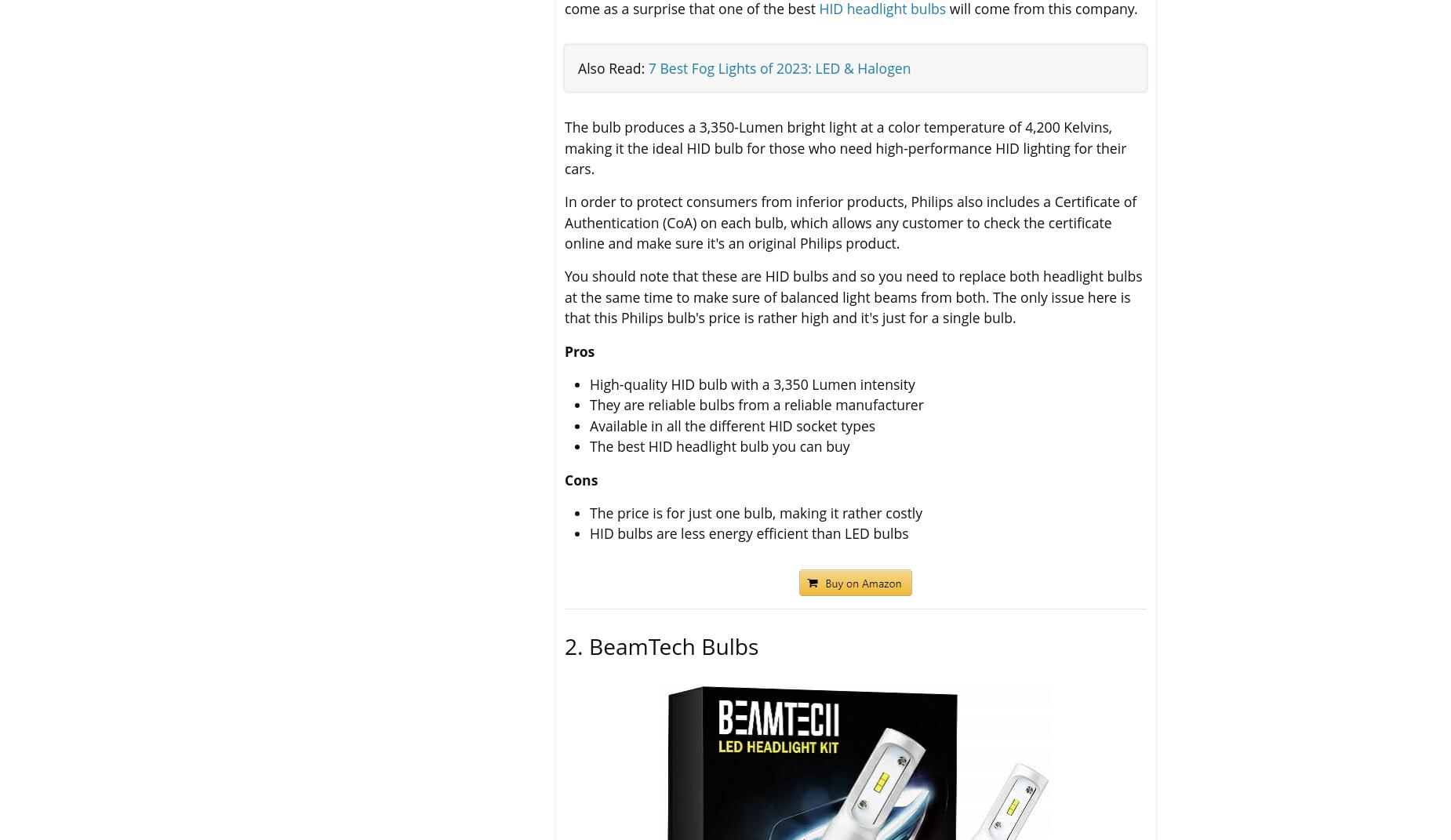 The image size is (1451, 840). I want to click on '7 Best Fog Lights of 2023: LED & Halogen', so click(778, 67).